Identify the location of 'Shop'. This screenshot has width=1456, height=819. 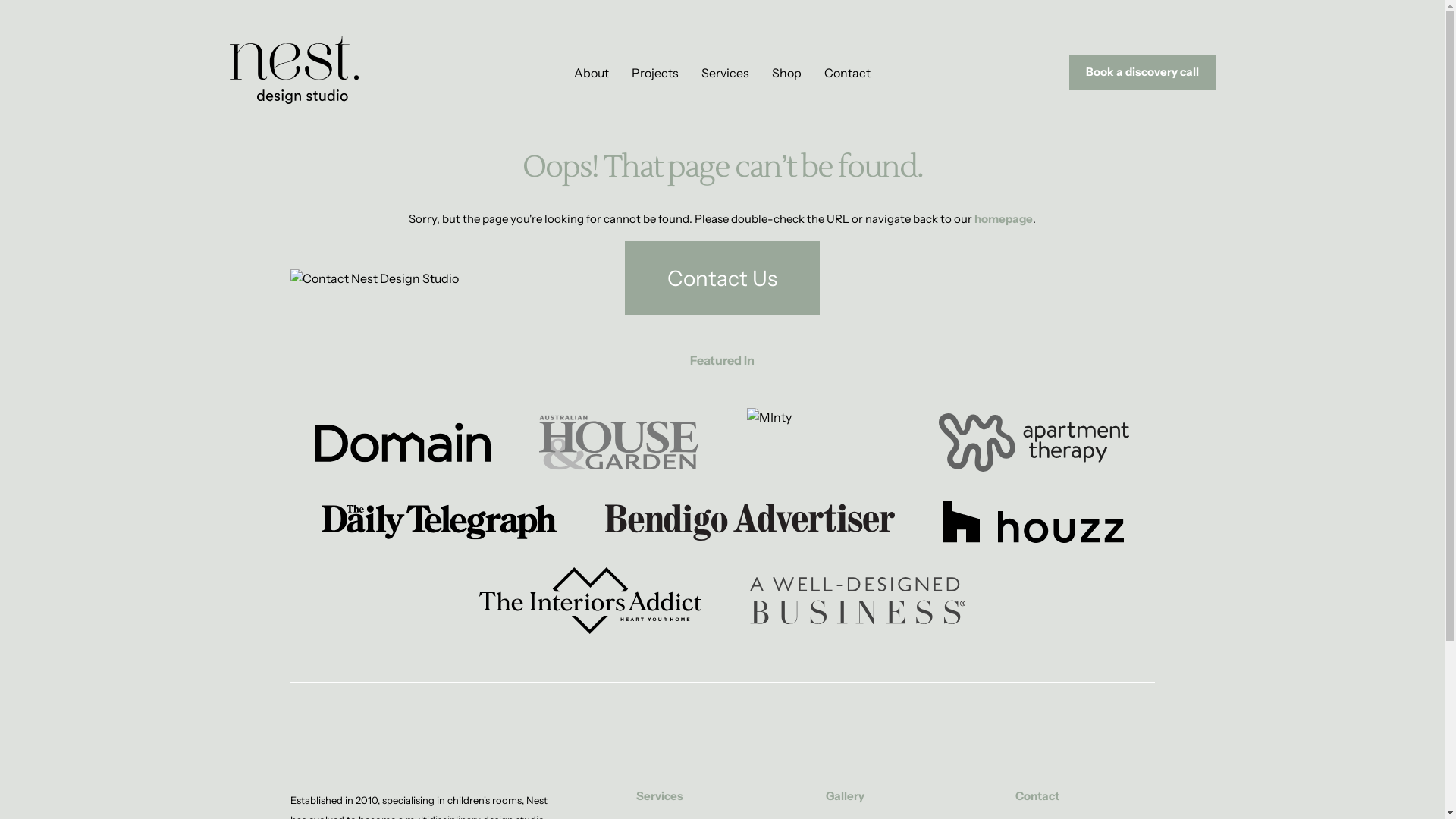
(771, 73).